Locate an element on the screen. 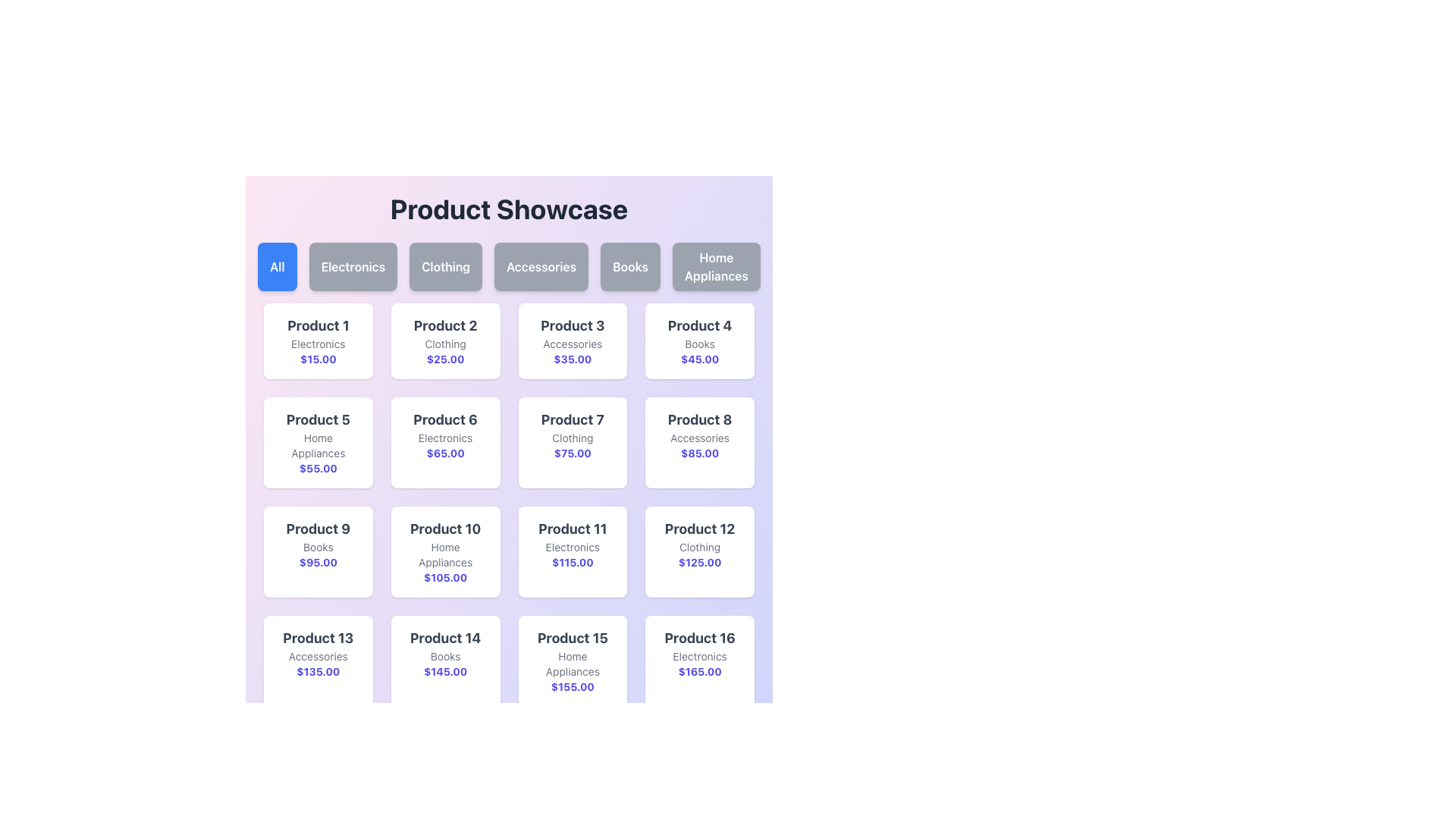 This screenshot has width=1456, height=819. the Text Label displaying the product name in the thirteenth product card located in the bottom-left corner of the product showcase grid is located at coordinates (317, 638).